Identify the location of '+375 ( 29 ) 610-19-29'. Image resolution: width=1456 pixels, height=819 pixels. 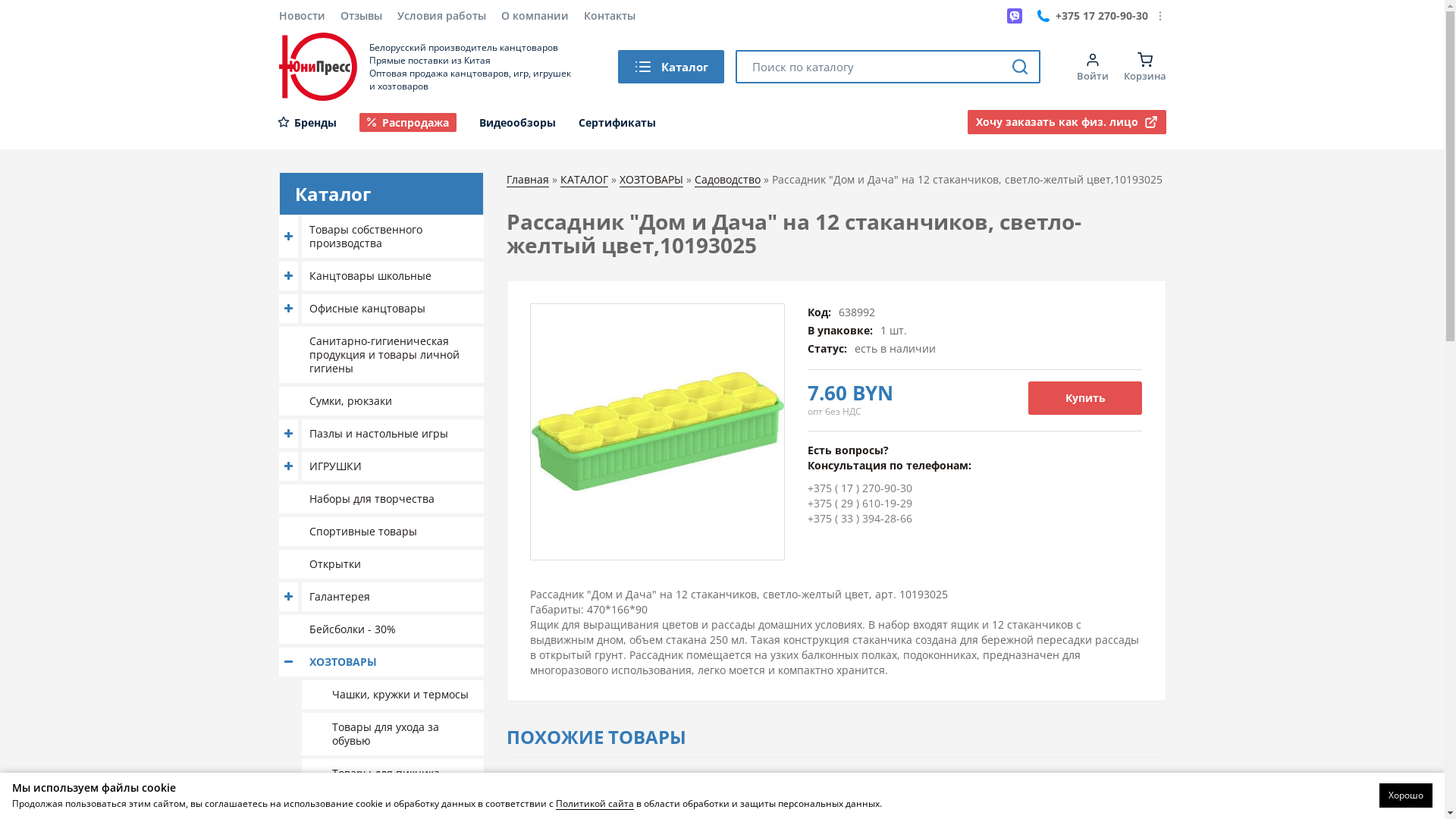
(859, 503).